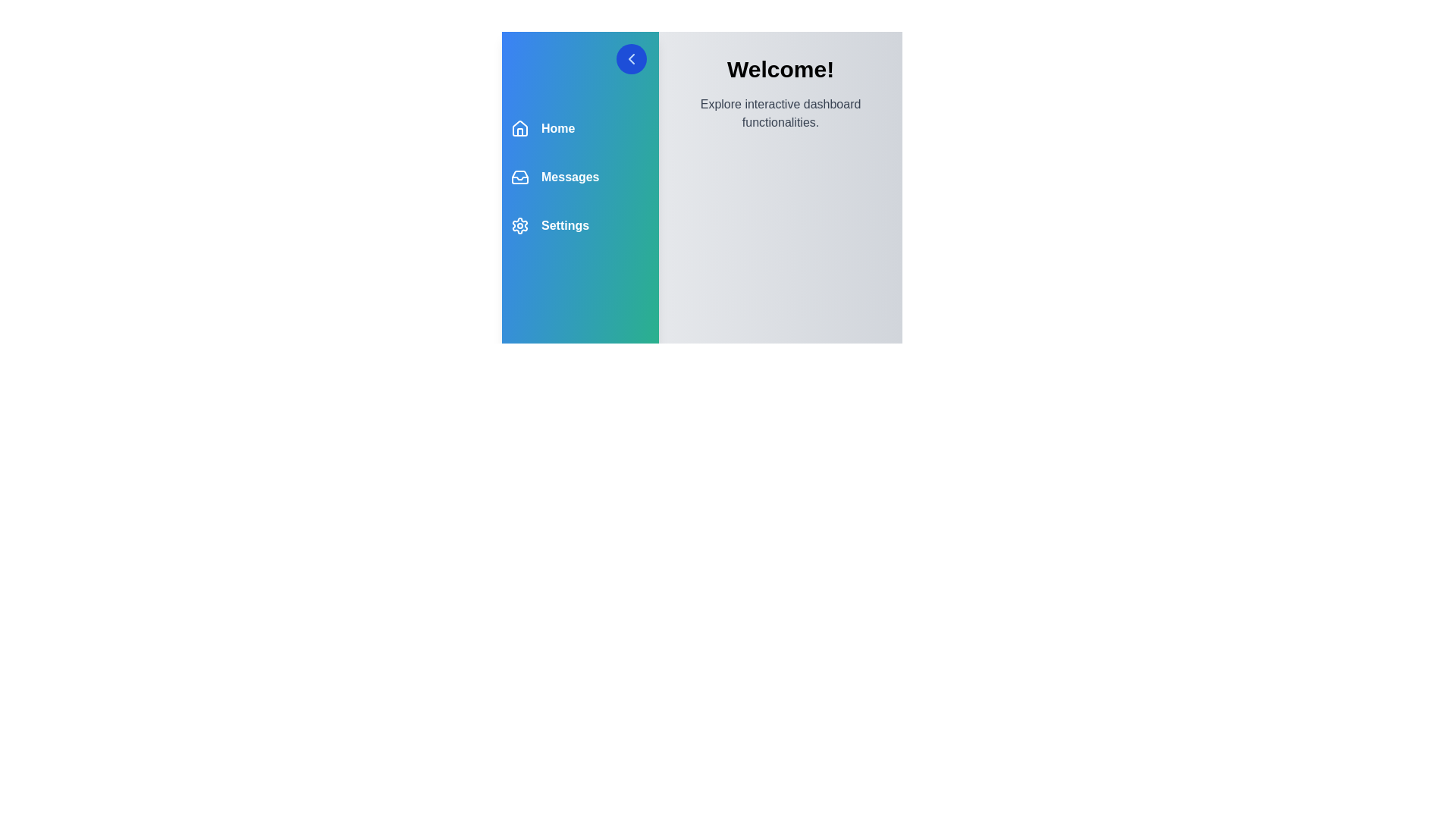  I want to click on the door element of the house icon located in the top-left corner of the blue sidebar, so click(520, 131).